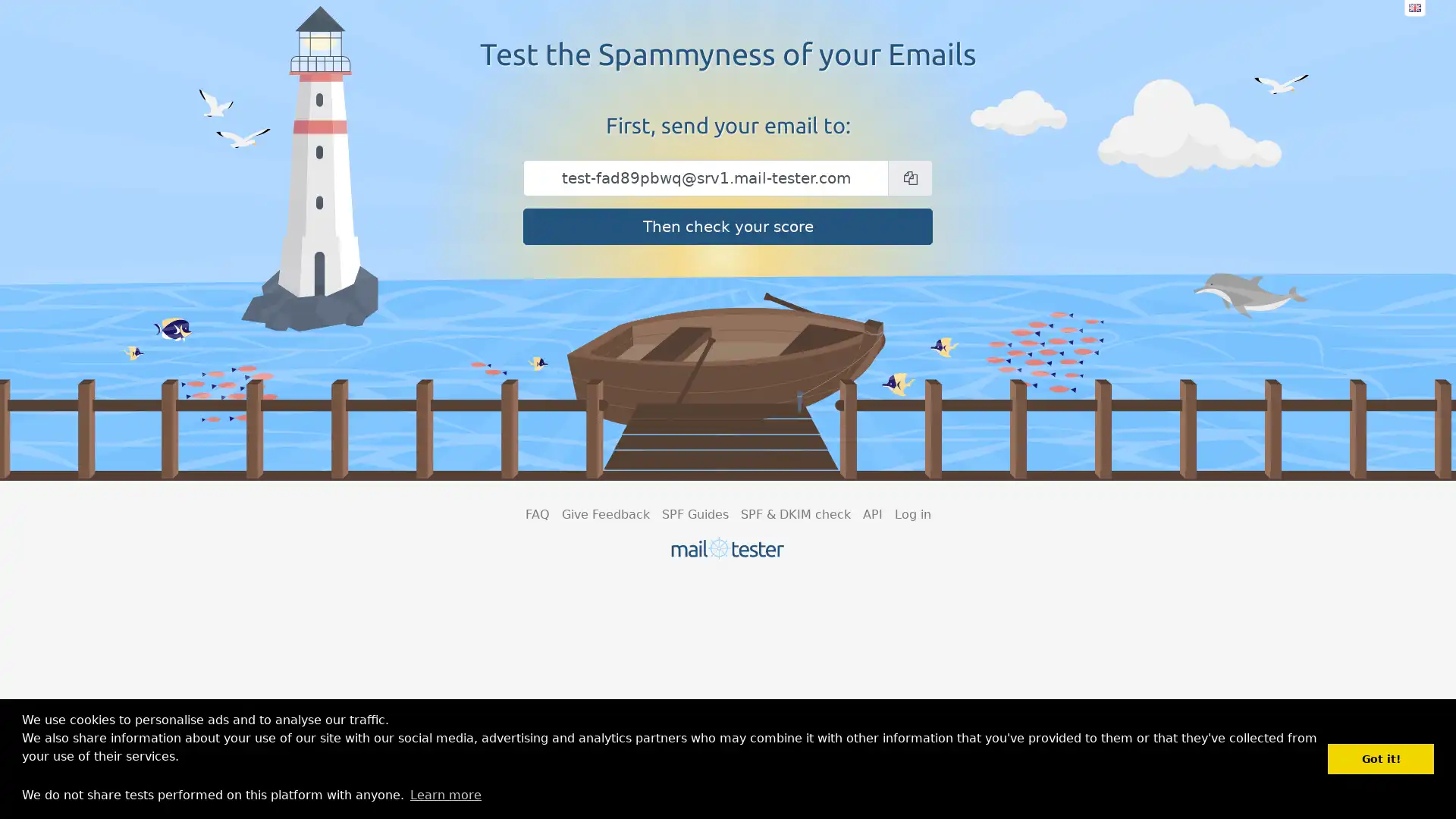 This screenshot has height=819, width=1456. Describe the element at coordinates (444, 794) in the screenshot. I see `learn more about cookies` at that location.